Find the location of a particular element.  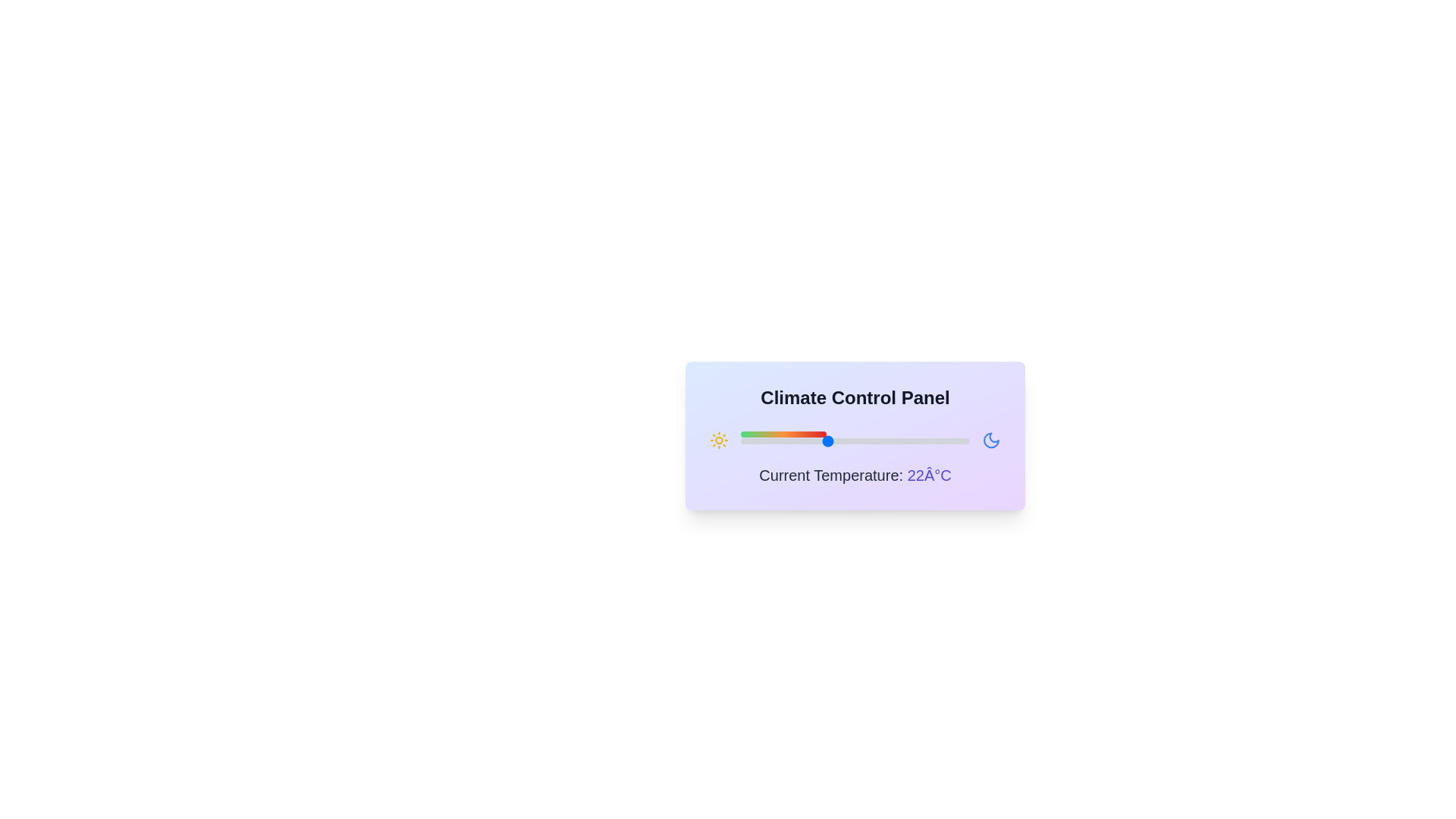

the sun-shaped icon with rays, styled in bright yellow, located in the left section of the control panel is located at coordinates (718, 441).